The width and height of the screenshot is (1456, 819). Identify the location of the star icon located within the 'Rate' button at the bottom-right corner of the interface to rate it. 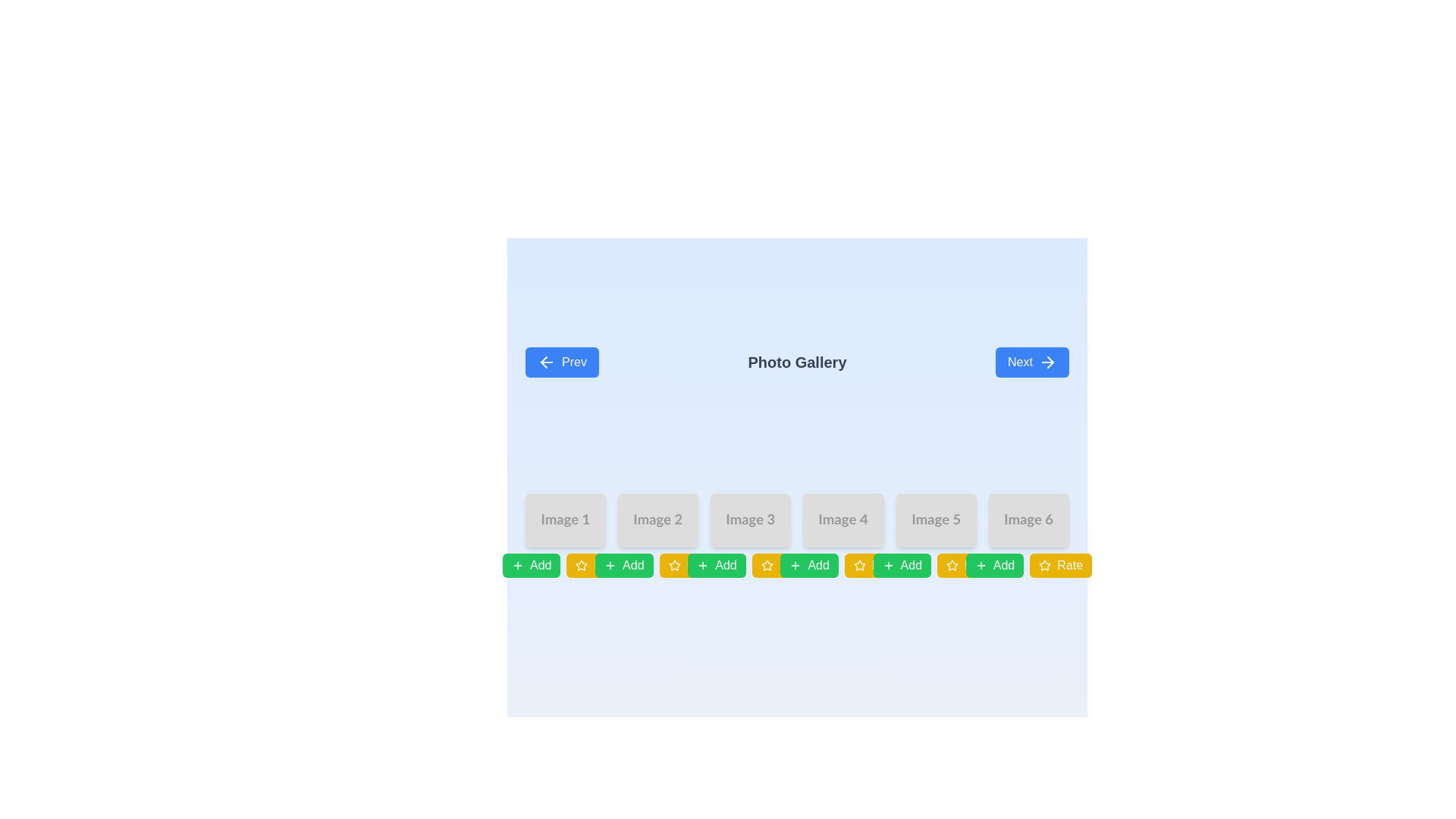
(859, 565).